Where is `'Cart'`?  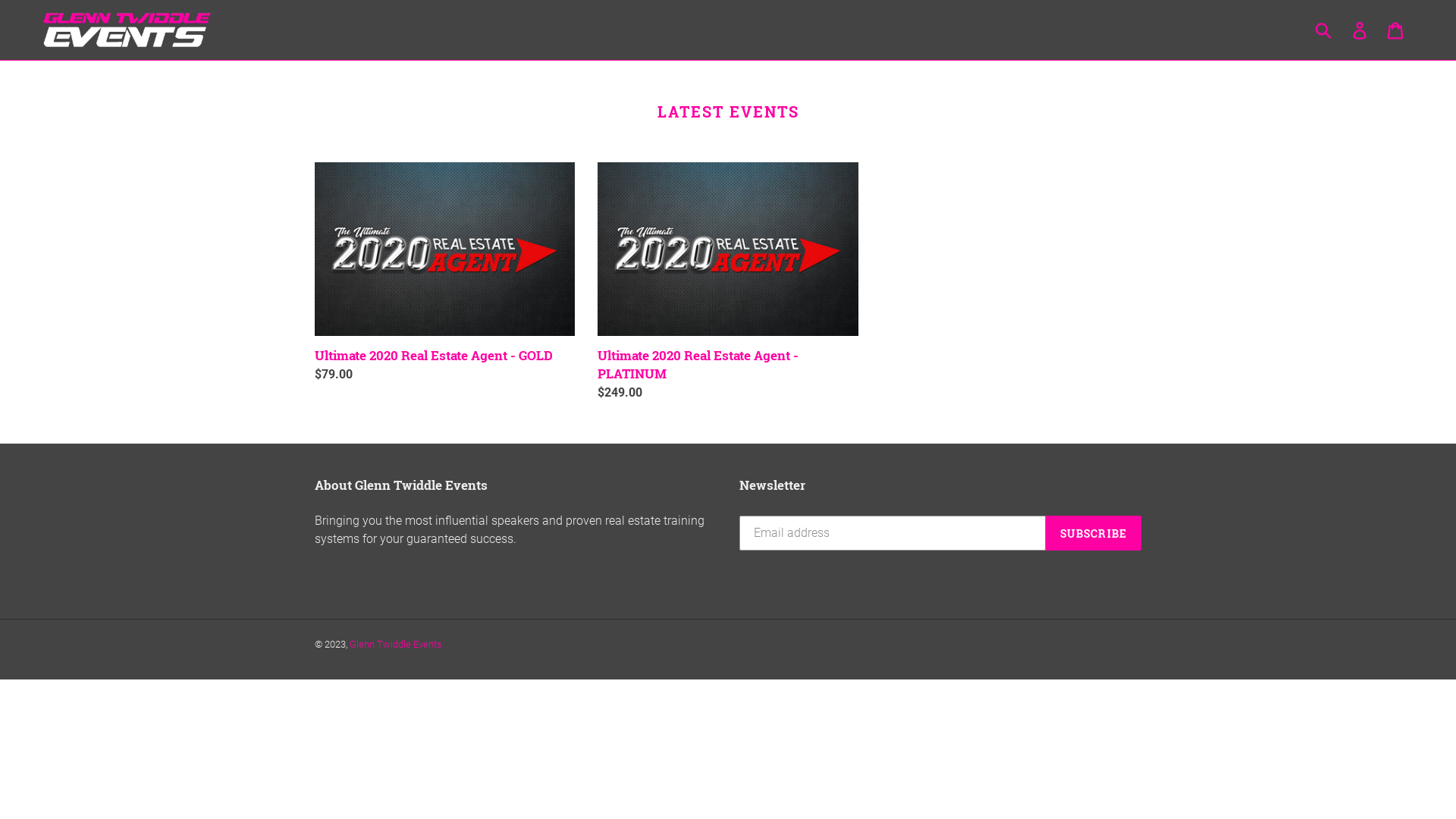 'Cart' is located at coordinates (1395, 29).